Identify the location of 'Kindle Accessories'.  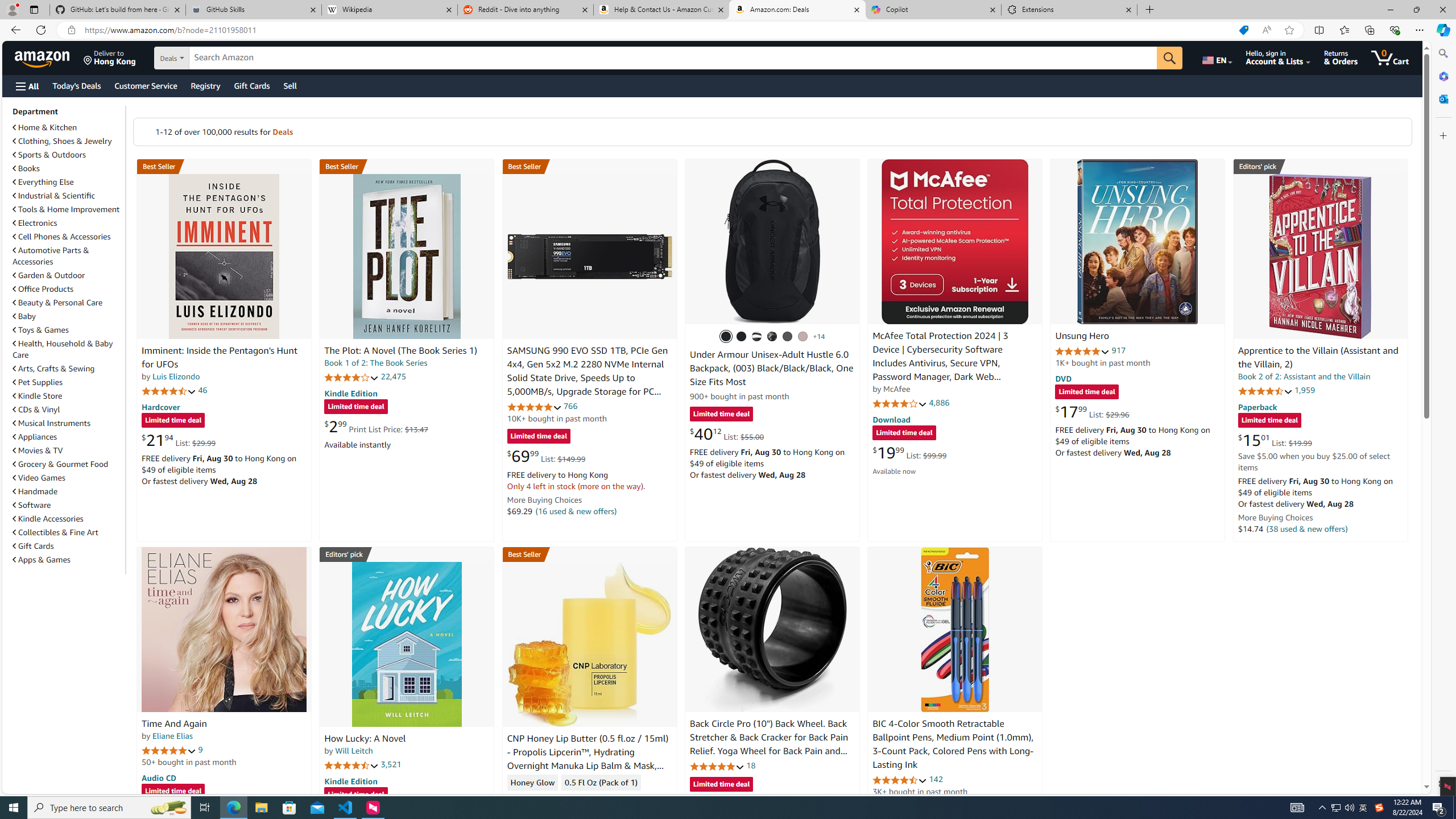
(47, 518).